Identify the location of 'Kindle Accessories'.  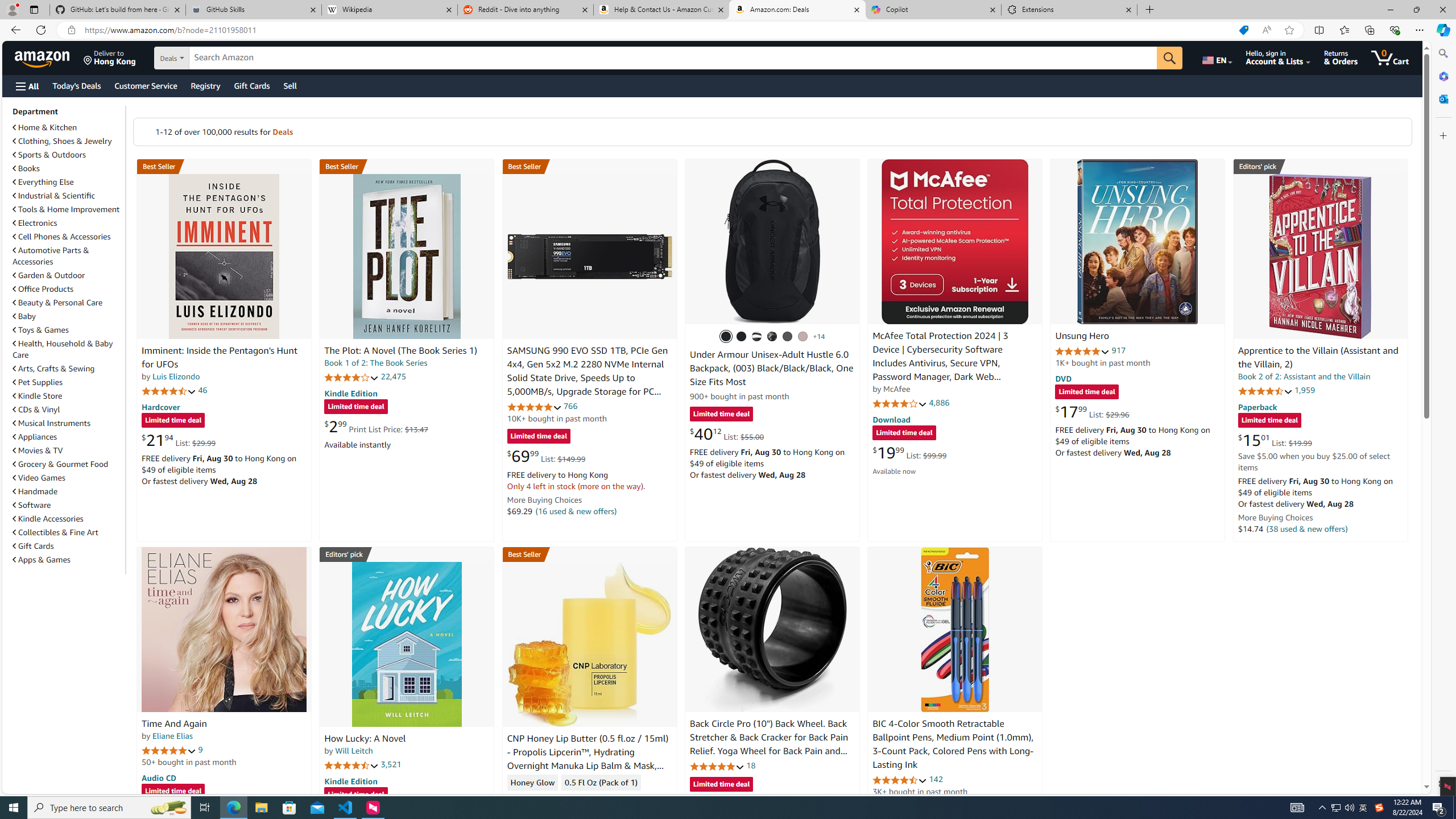
(47, 518).